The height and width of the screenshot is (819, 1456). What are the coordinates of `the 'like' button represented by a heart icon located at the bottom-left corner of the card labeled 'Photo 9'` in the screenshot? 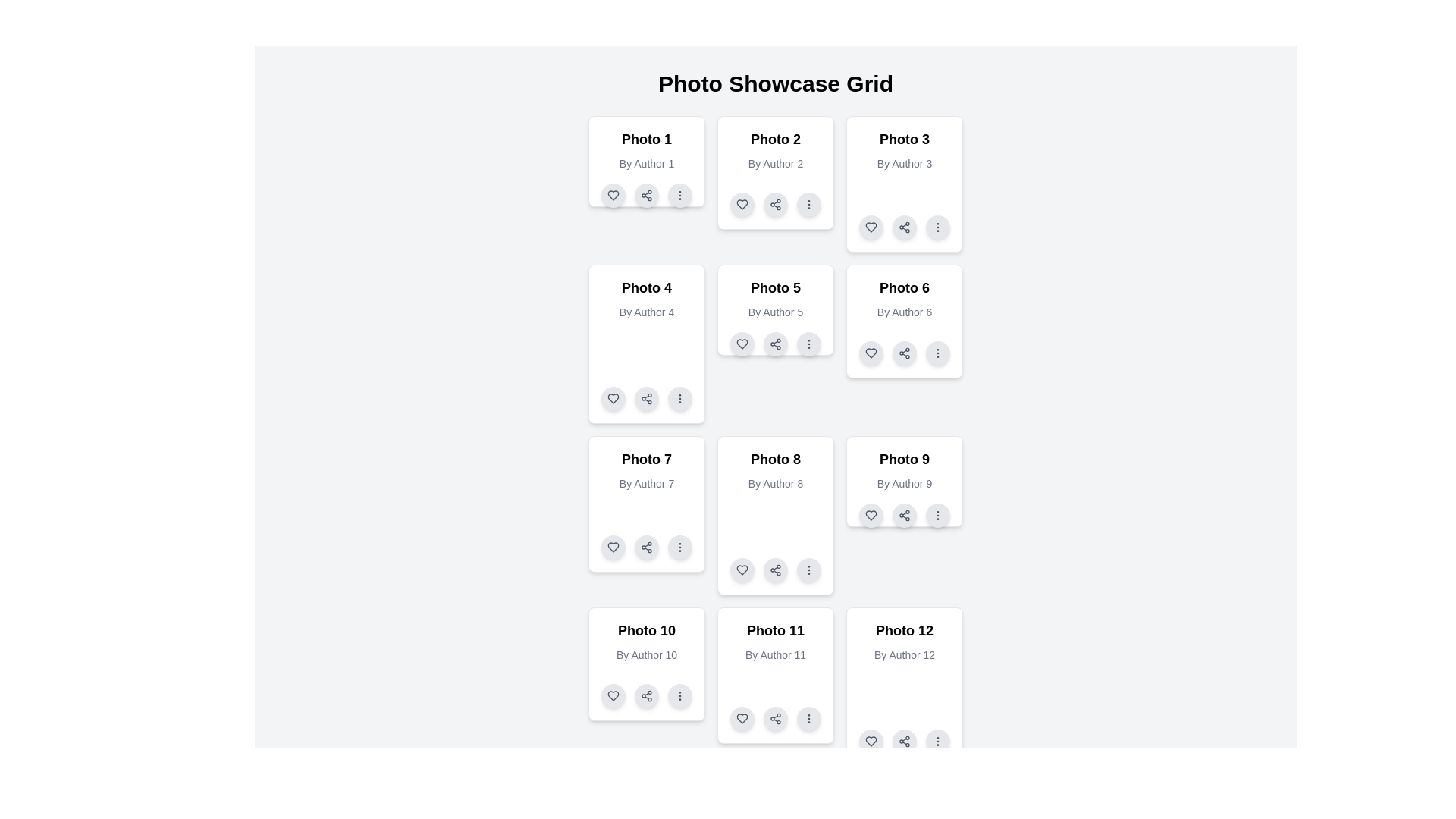 It's located at (871, 514).